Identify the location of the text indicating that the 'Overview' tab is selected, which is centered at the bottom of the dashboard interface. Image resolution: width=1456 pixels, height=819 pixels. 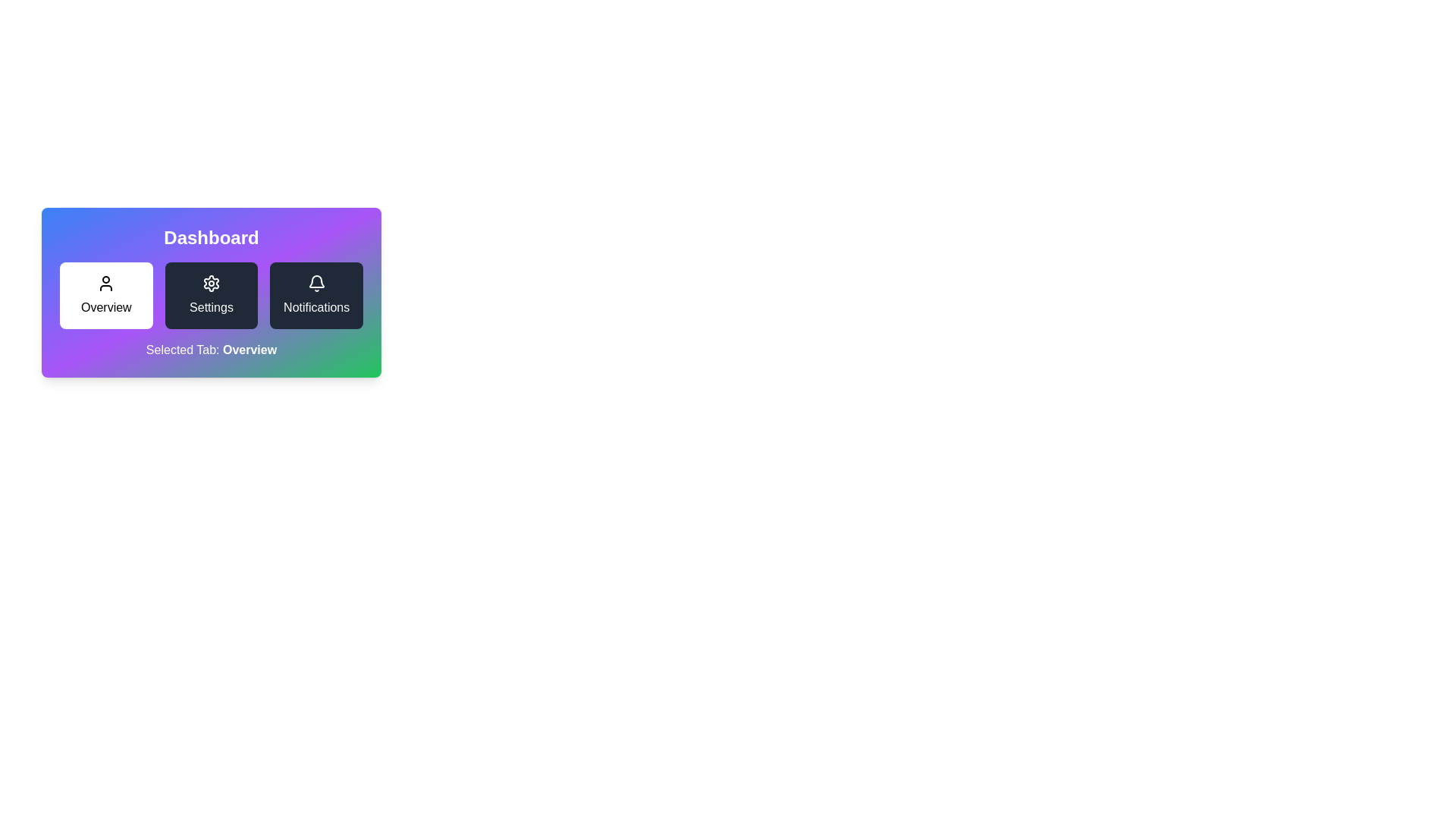
(249, 350).